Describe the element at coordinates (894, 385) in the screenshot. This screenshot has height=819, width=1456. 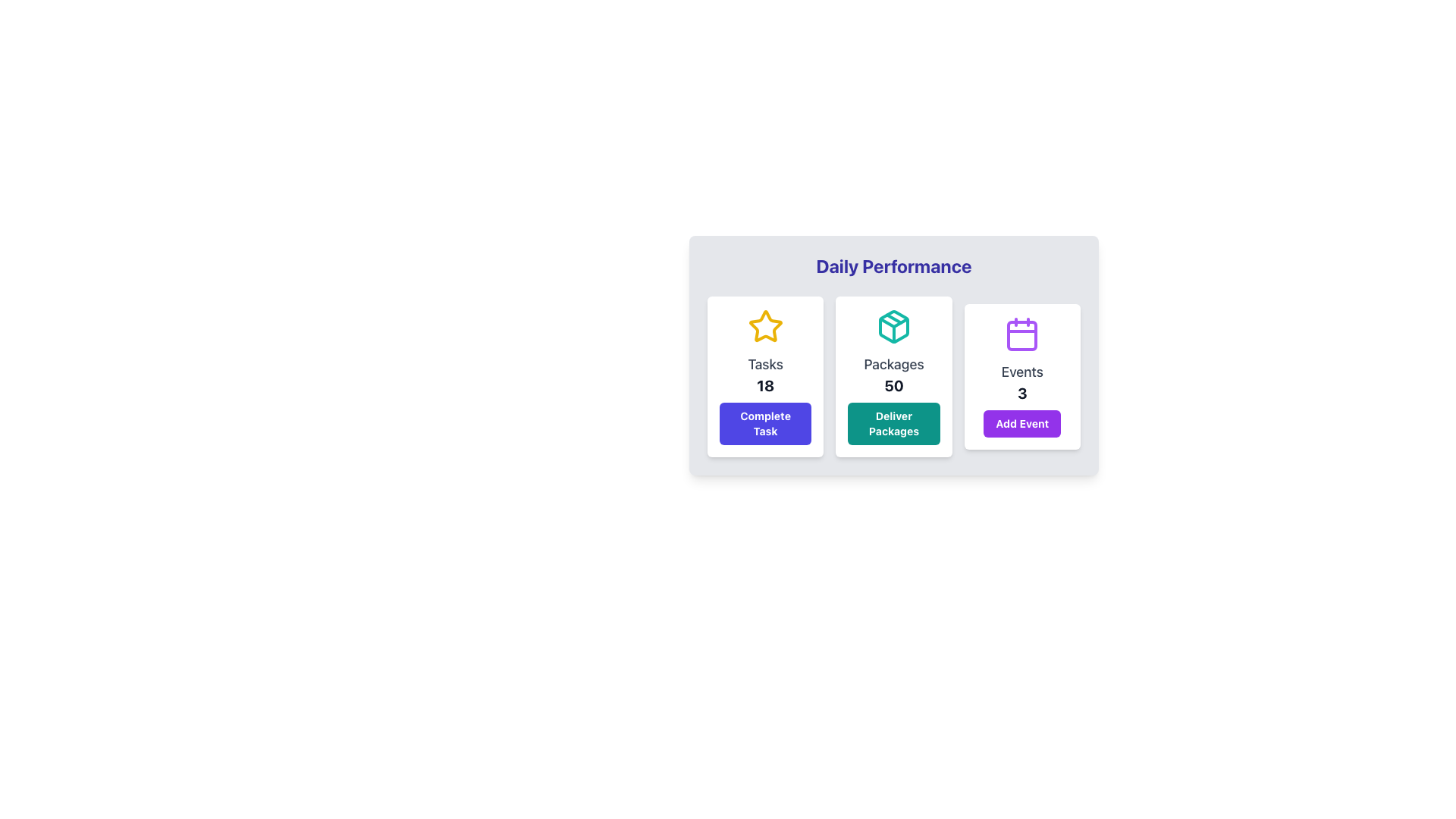
I see `the numerical value display element located in the middle card of the horizontal row, which is positioned centrally above the 'Deliver Packages' button and below the 'Packages' title` at that location.